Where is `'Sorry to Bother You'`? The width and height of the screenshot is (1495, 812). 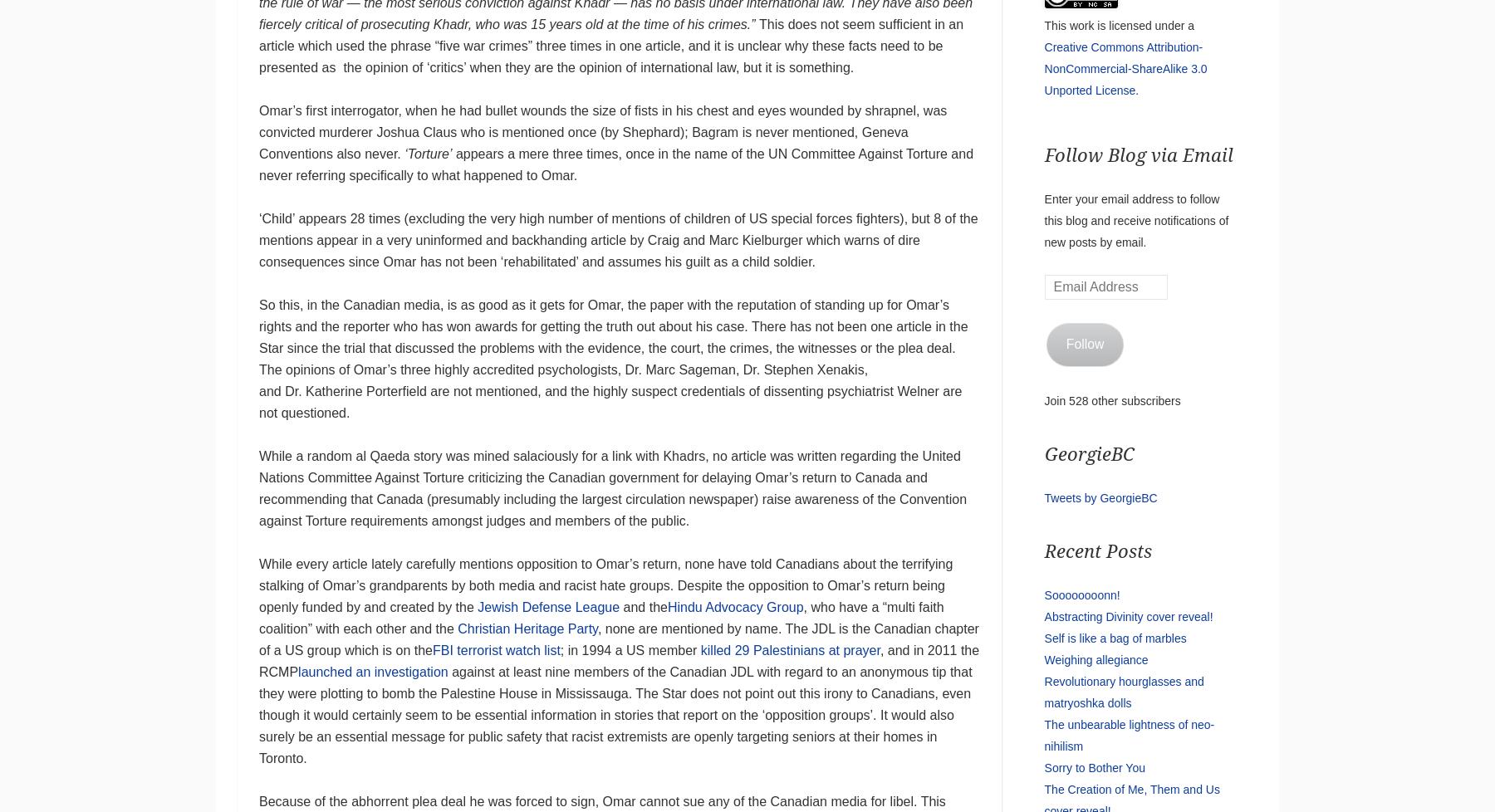
'Sorry to Bother You' is located at coordinates (1094, 766).